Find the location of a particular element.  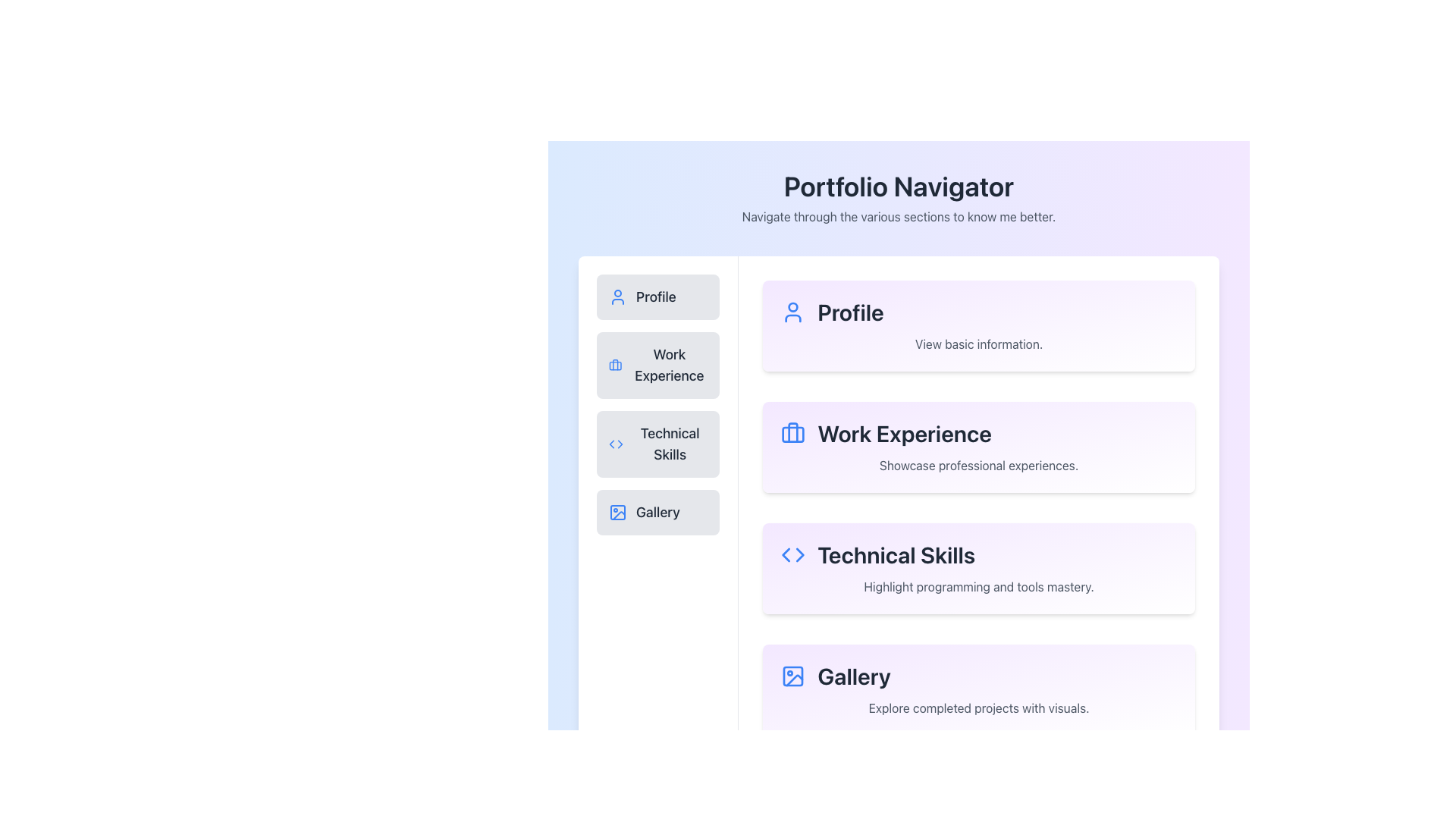

the Graphical Icon Component representing a folder or storage under the 'Work Experience' navigation item in the left-side navigation bar is located at coordinates (615, 366).